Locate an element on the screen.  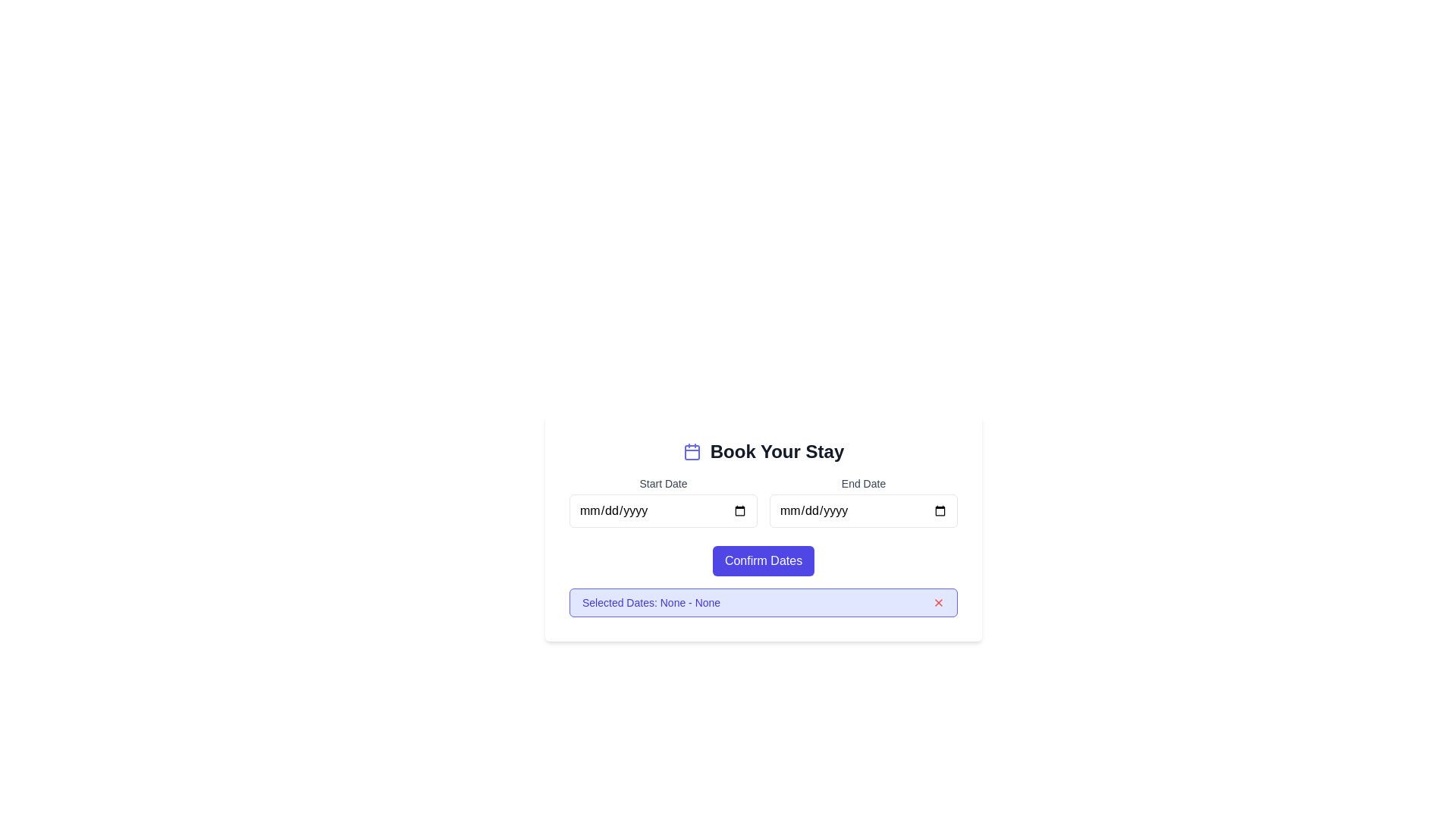
the compact rectangular button with an 'X' icon styled in red, located at the far right end of the section displaying 'Selected Dates: None - None' is located at coordinates (938, 601).